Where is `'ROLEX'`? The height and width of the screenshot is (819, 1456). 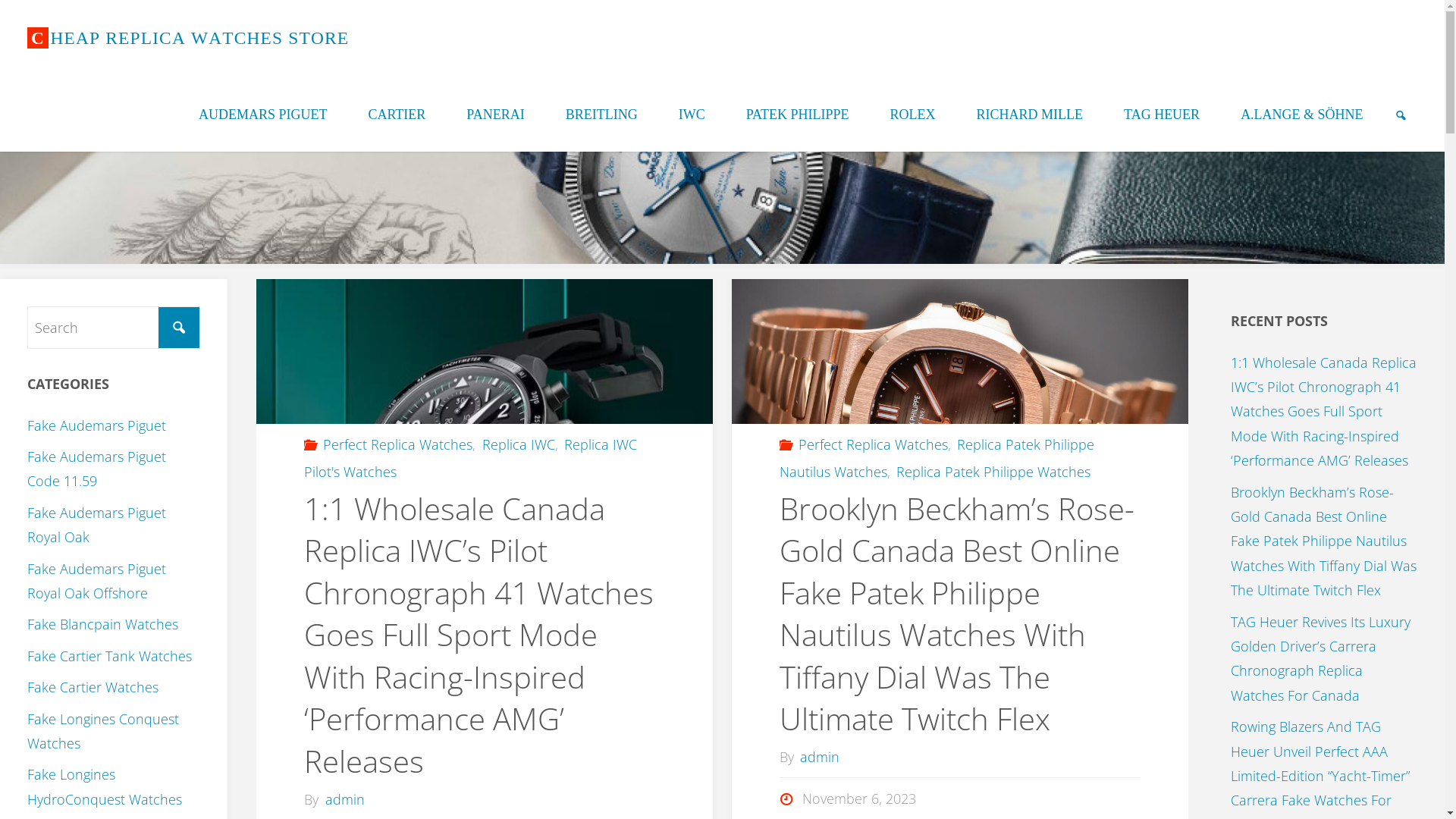
'ROLEX' is located at coordinates (870, 113).